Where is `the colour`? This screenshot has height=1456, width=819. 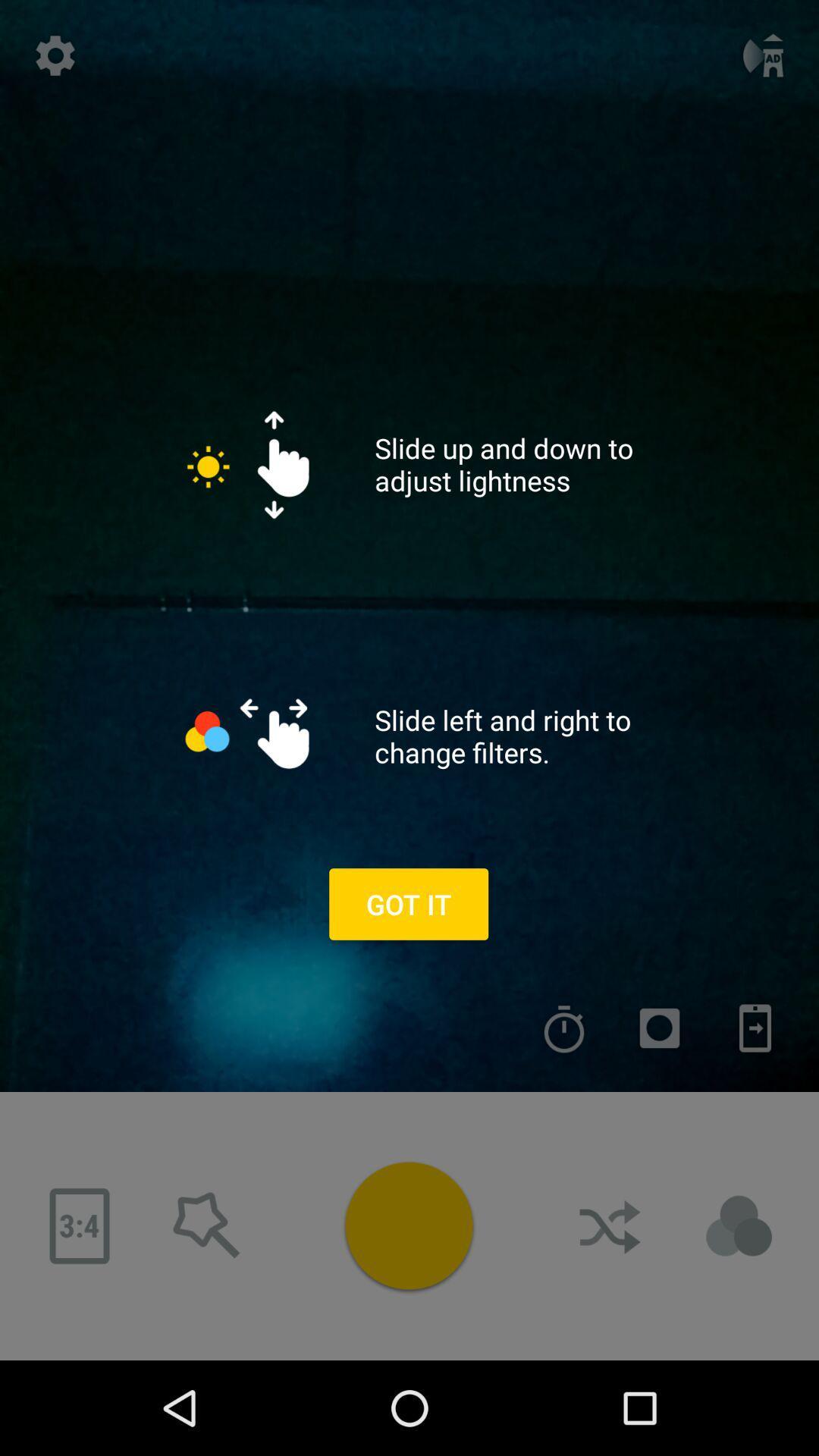 the colour is located at coordinates (408, 1225).